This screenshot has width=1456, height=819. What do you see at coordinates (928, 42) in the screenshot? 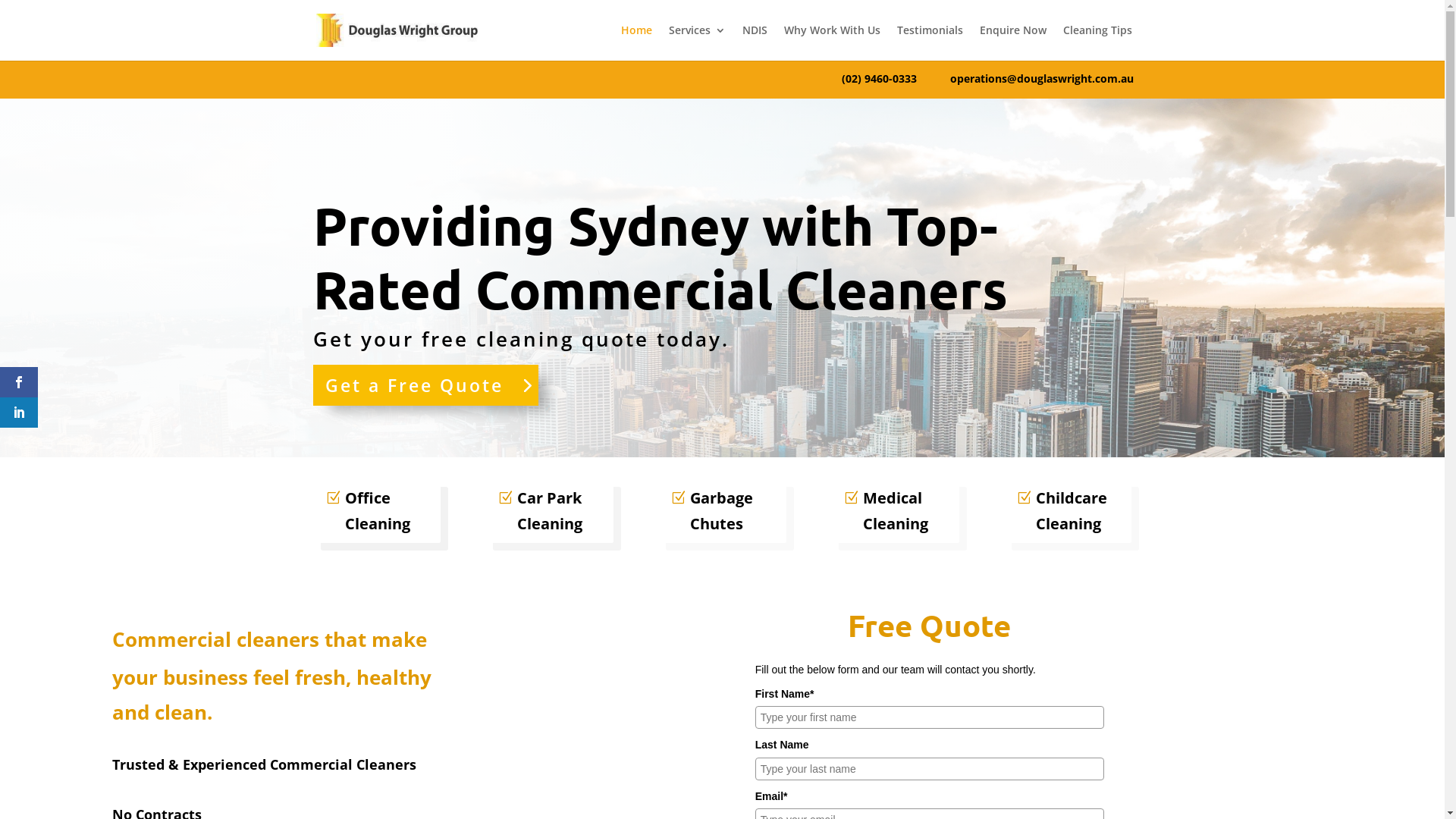
I see `'Testimonials'` at bounding box center [928, 42].